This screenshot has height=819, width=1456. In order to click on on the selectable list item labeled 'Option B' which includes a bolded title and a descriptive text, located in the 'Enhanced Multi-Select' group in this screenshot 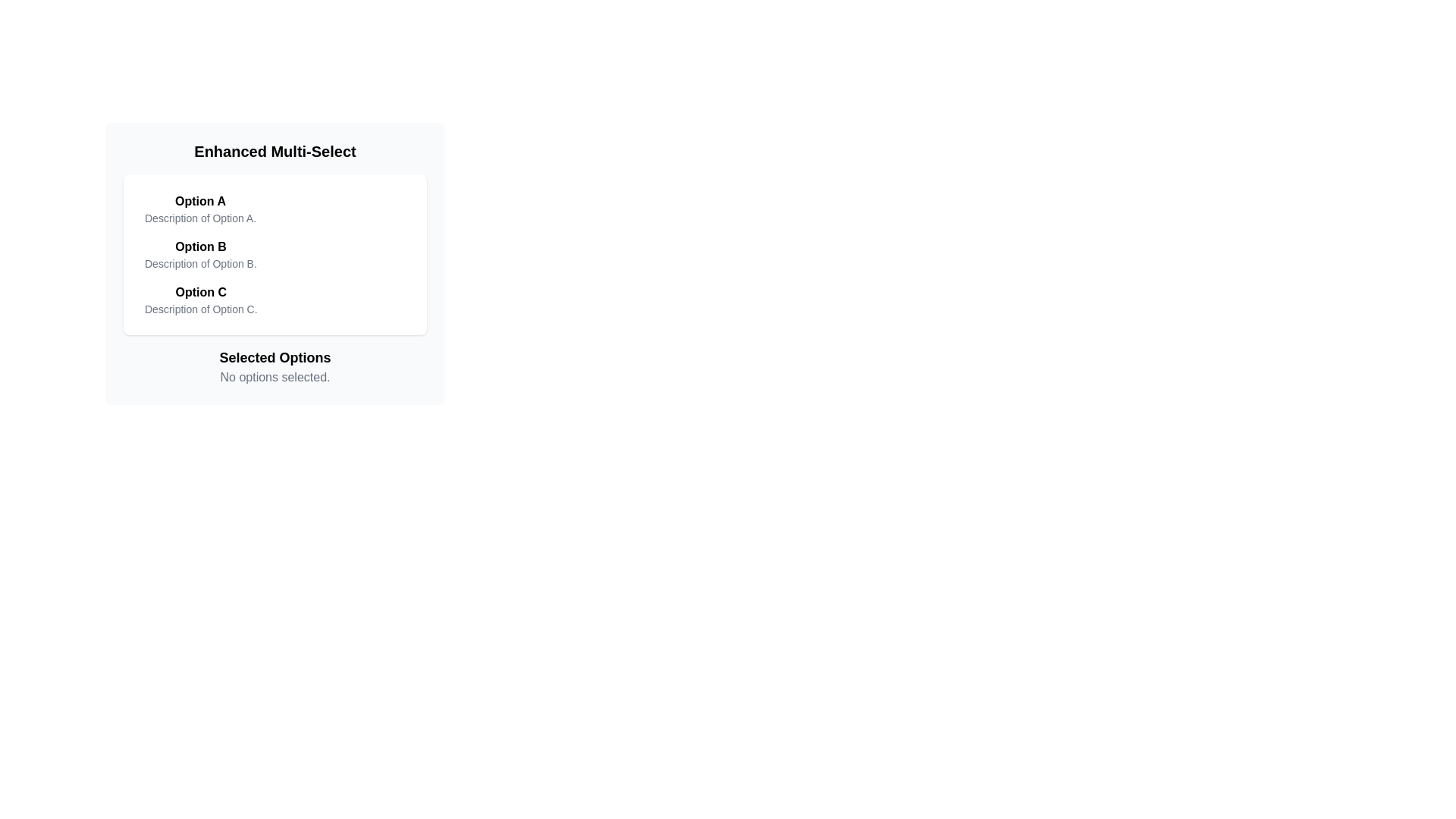, I will do `click(199, 253)`.